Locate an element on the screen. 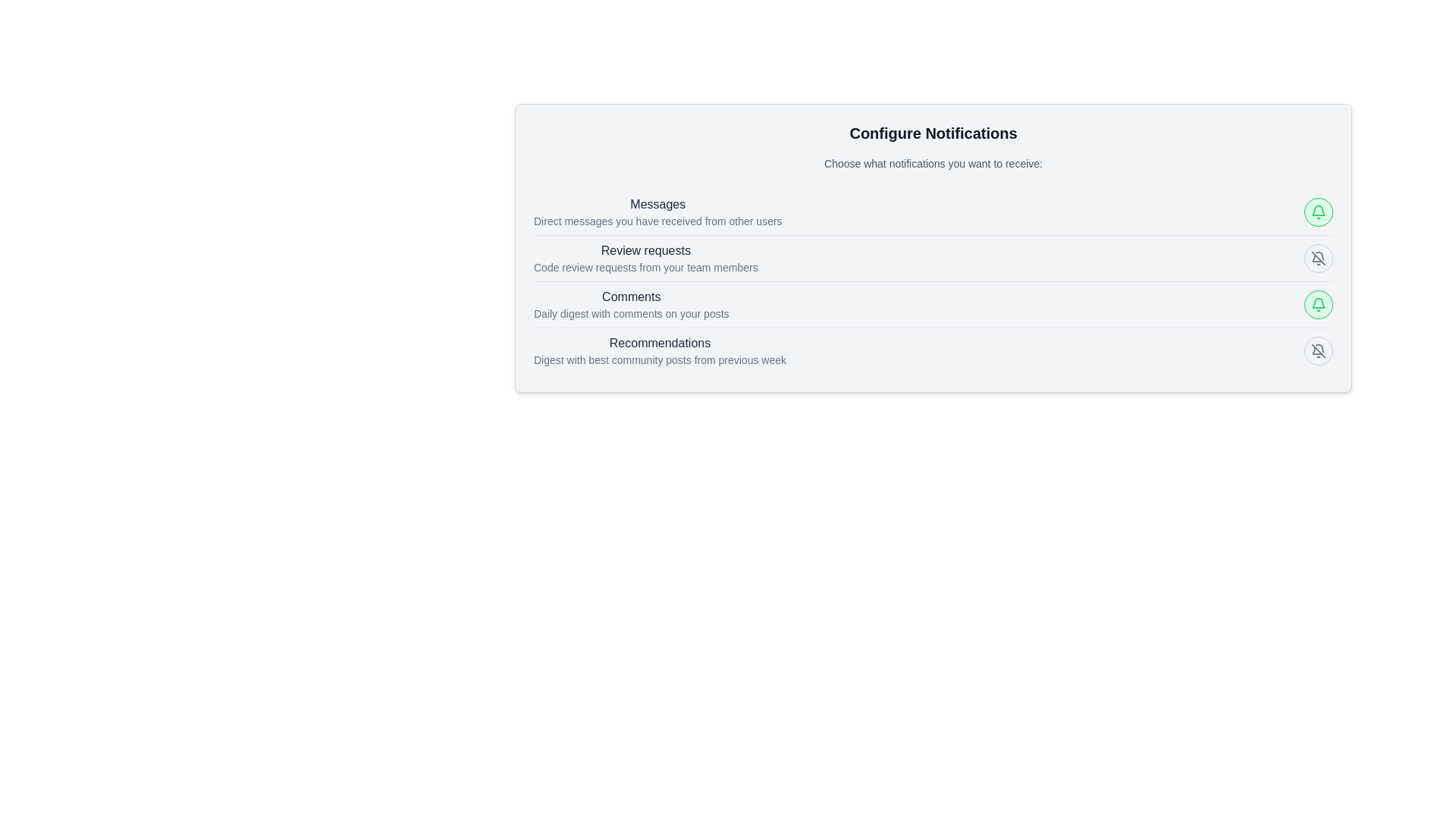 The width and height of the screenshot is (1456, 819). the toggleable notification Icon button for the 'Comments' category, located on the right side of the 'Comments' row in the 'Configure Notifications' panel is located at coordinates (1317, 212).